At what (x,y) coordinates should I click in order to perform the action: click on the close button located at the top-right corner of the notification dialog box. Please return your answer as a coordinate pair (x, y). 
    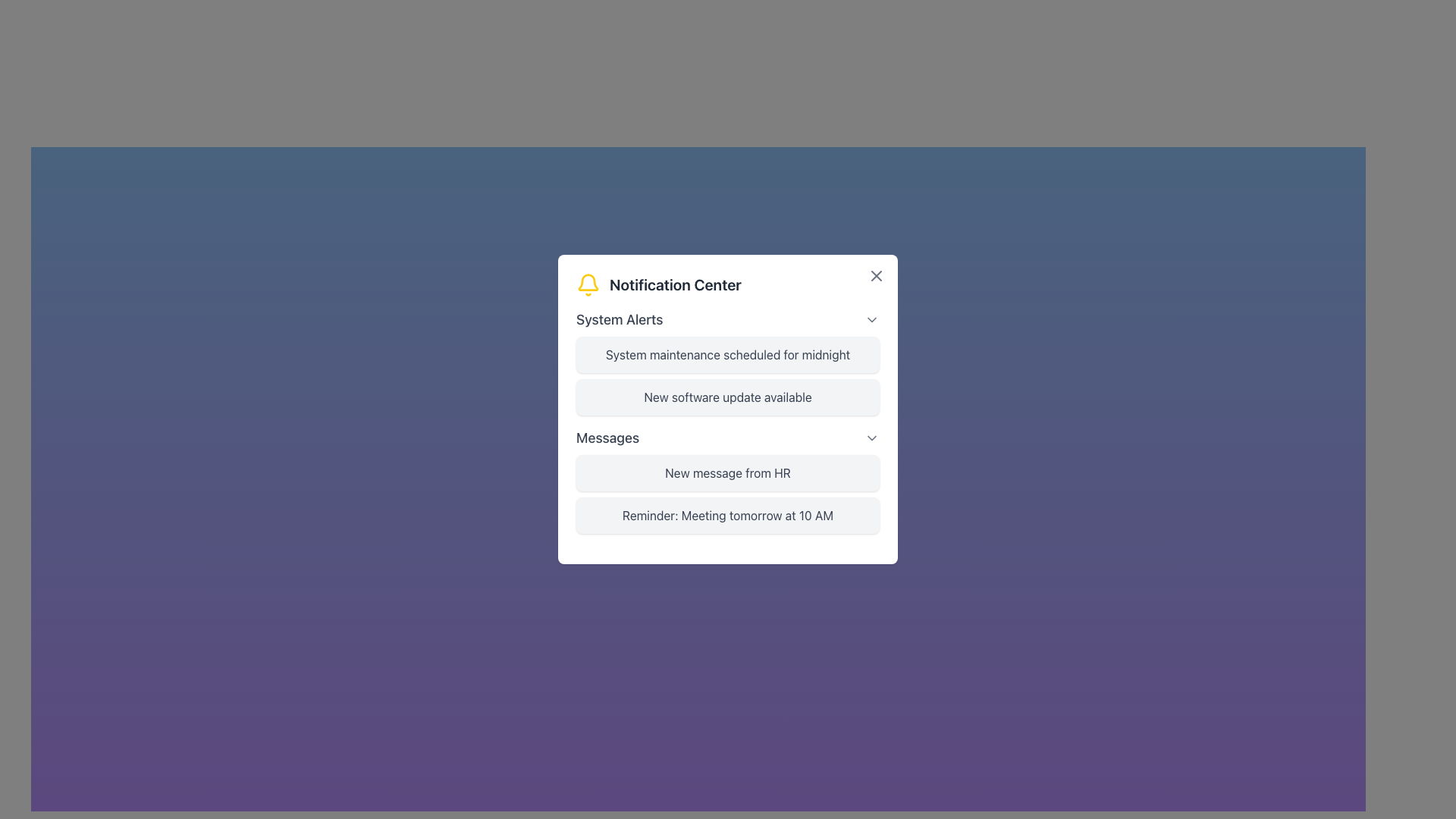
    Looking at the image, I should click on (877, 275).